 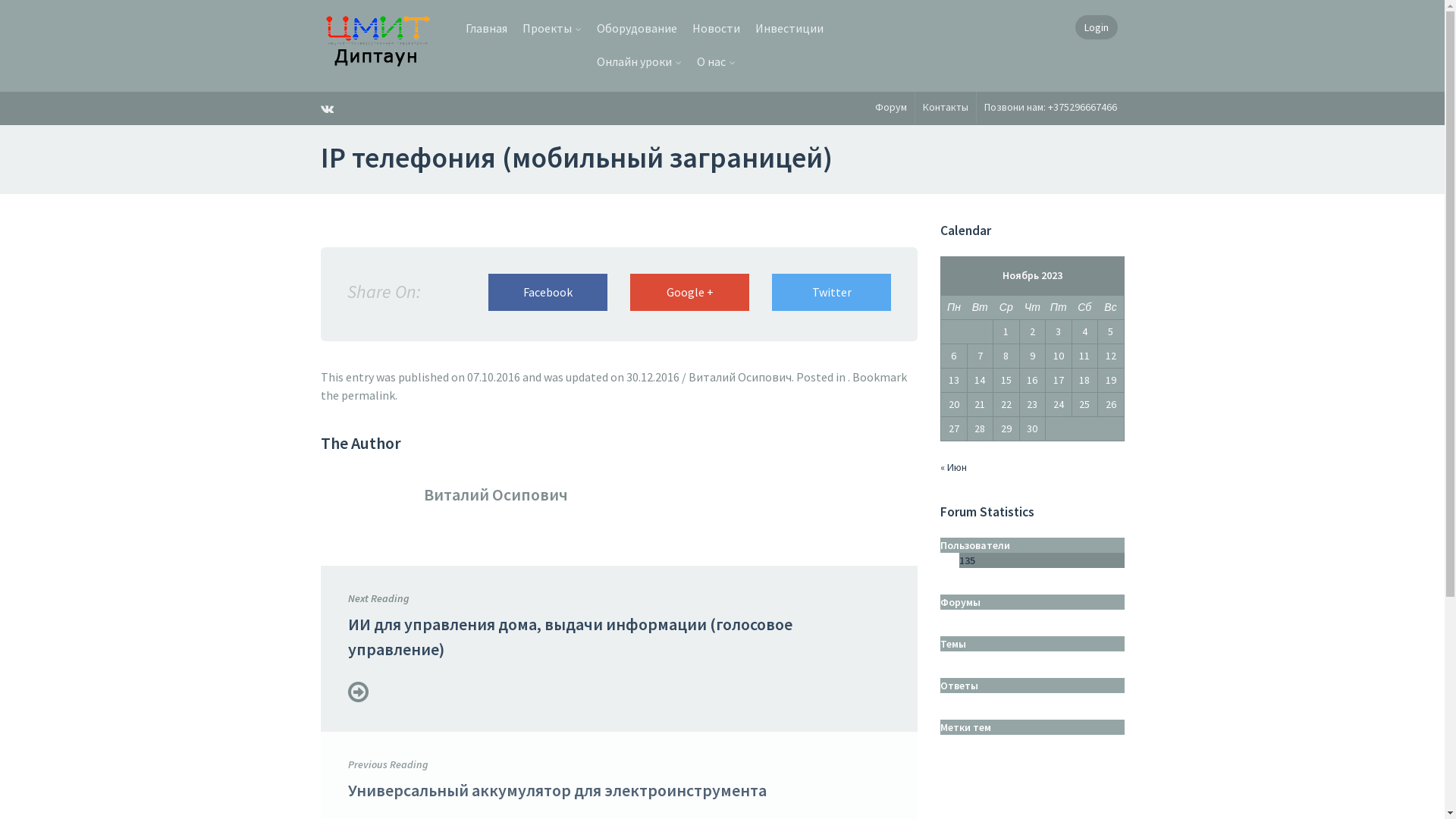 I want to click on 'permalink', so click(x=340, y=394).